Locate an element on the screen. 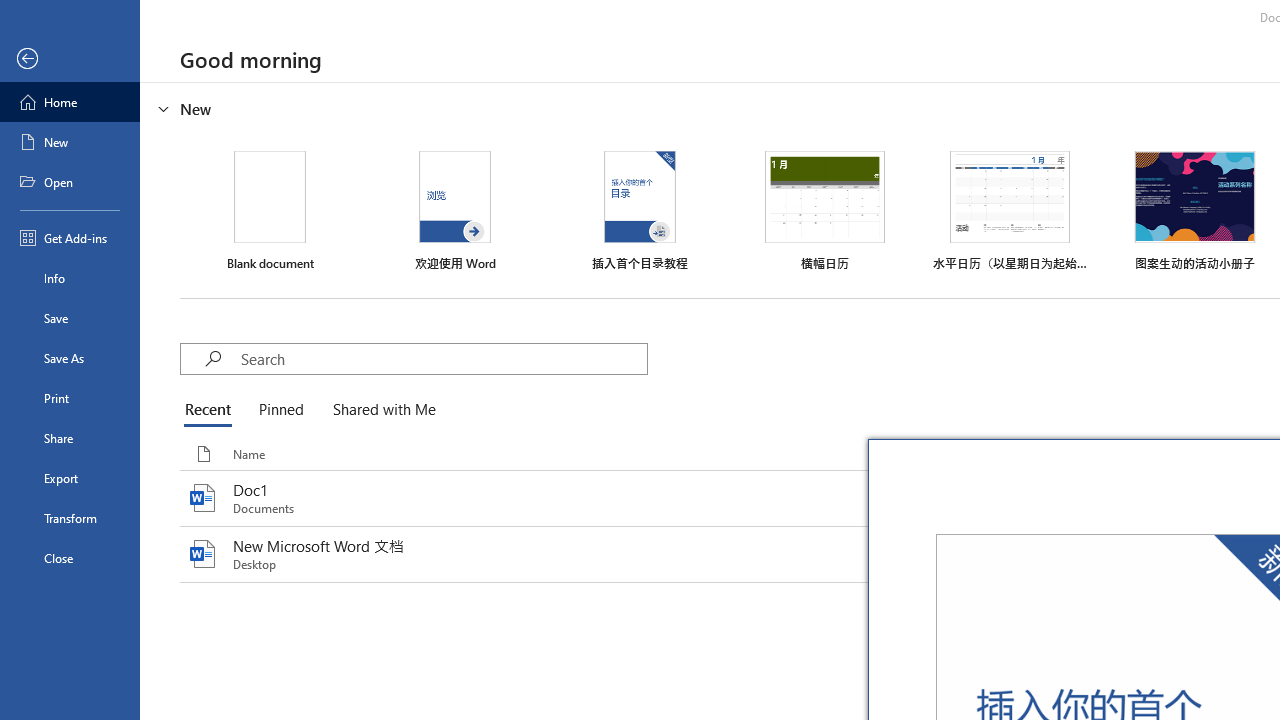 This screenshot has width=1280, height=720. 'New' is located at coordinates (69, 140).